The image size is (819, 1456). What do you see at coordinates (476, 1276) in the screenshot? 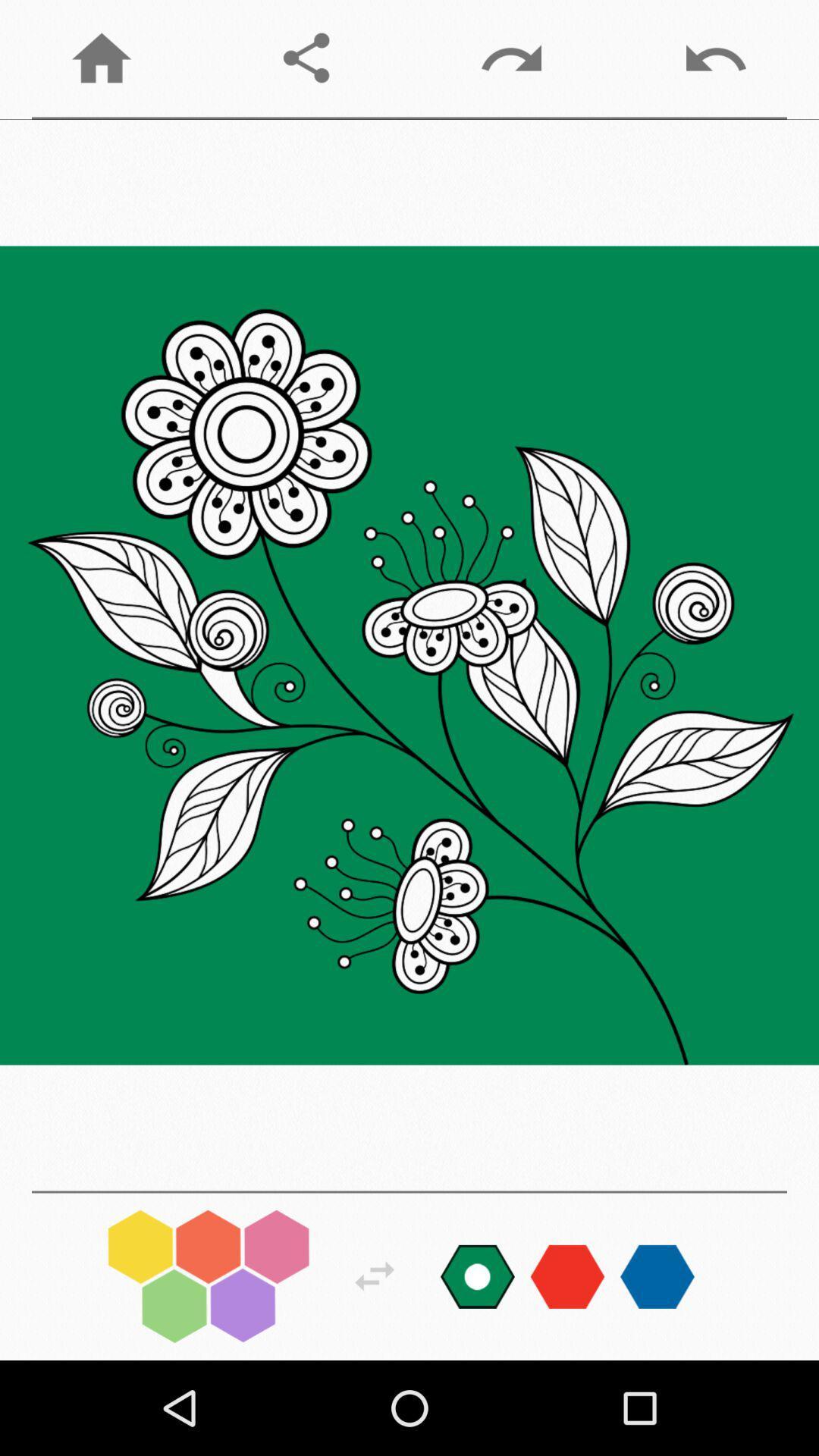
I see `changes color palette` at bounding box center [476, 1276].